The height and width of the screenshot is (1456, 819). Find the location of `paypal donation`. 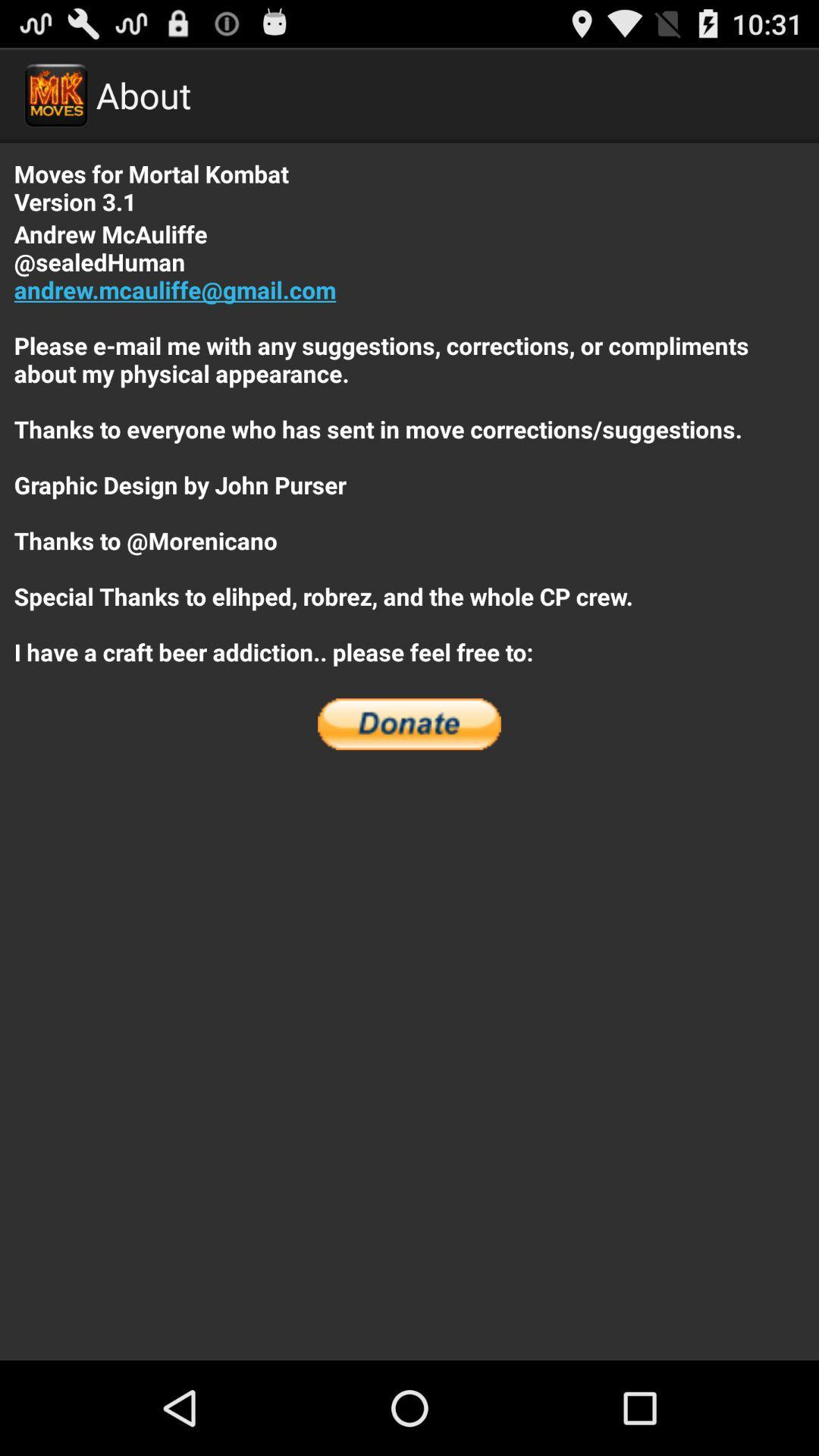

paypal donation is located at coordinates (409, 723).